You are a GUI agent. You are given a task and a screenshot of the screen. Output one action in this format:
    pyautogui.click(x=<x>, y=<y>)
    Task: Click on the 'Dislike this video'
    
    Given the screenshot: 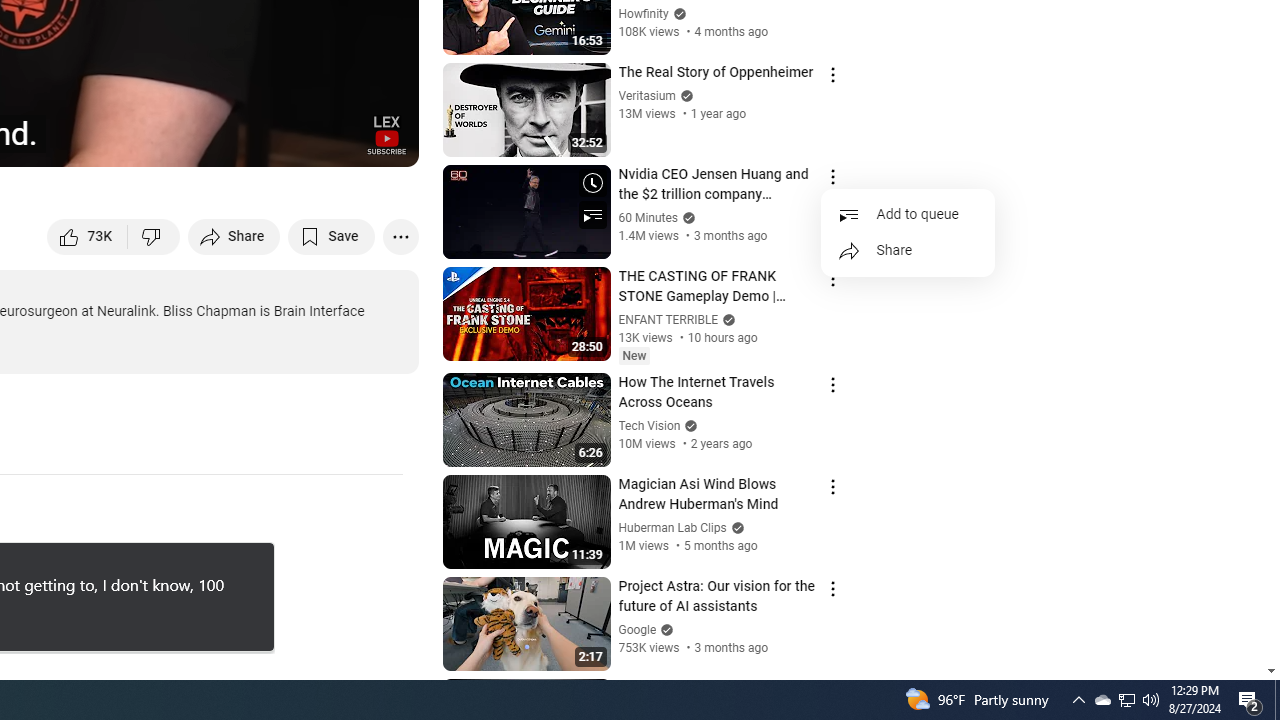 What is the action you would take?
    pyautogui.click(x=153, y=235)
    